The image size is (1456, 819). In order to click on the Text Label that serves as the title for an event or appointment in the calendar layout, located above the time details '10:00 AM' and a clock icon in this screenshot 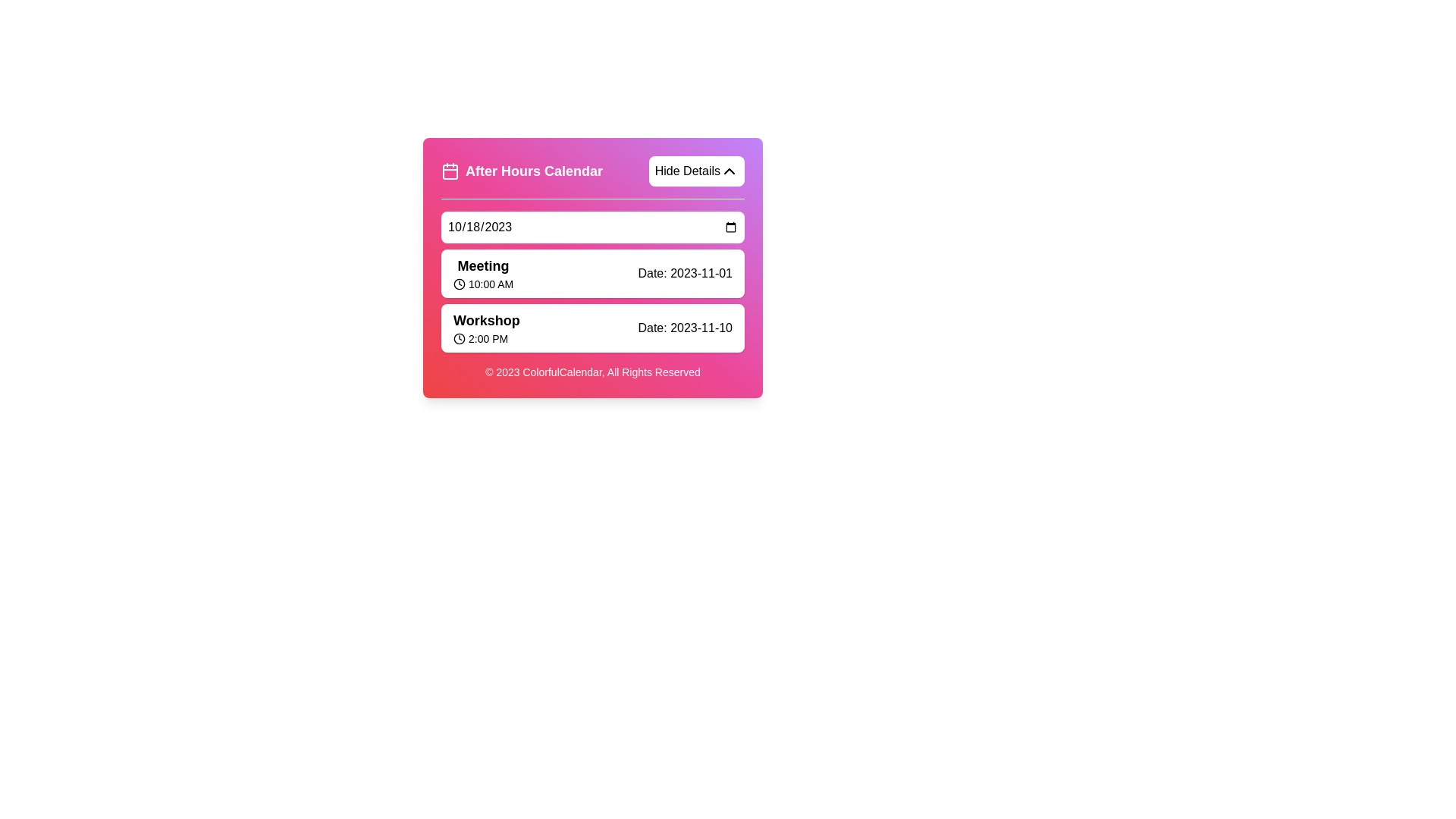, I will do `click(482, 265)`.